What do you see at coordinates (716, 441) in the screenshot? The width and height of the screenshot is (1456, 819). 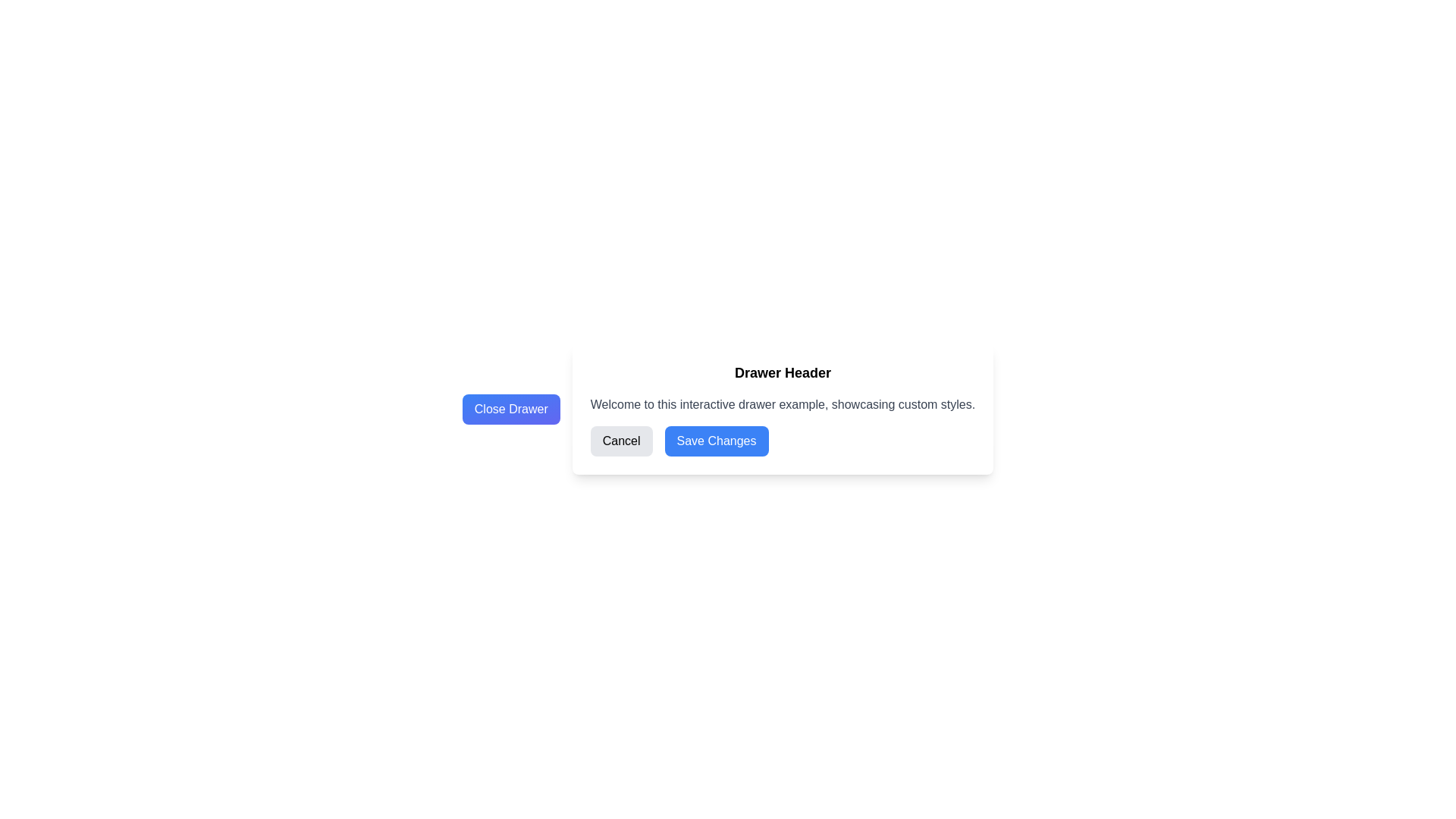 I see `the 'Save' button located at the bottom right of the card` at bounding box center [716, 441].